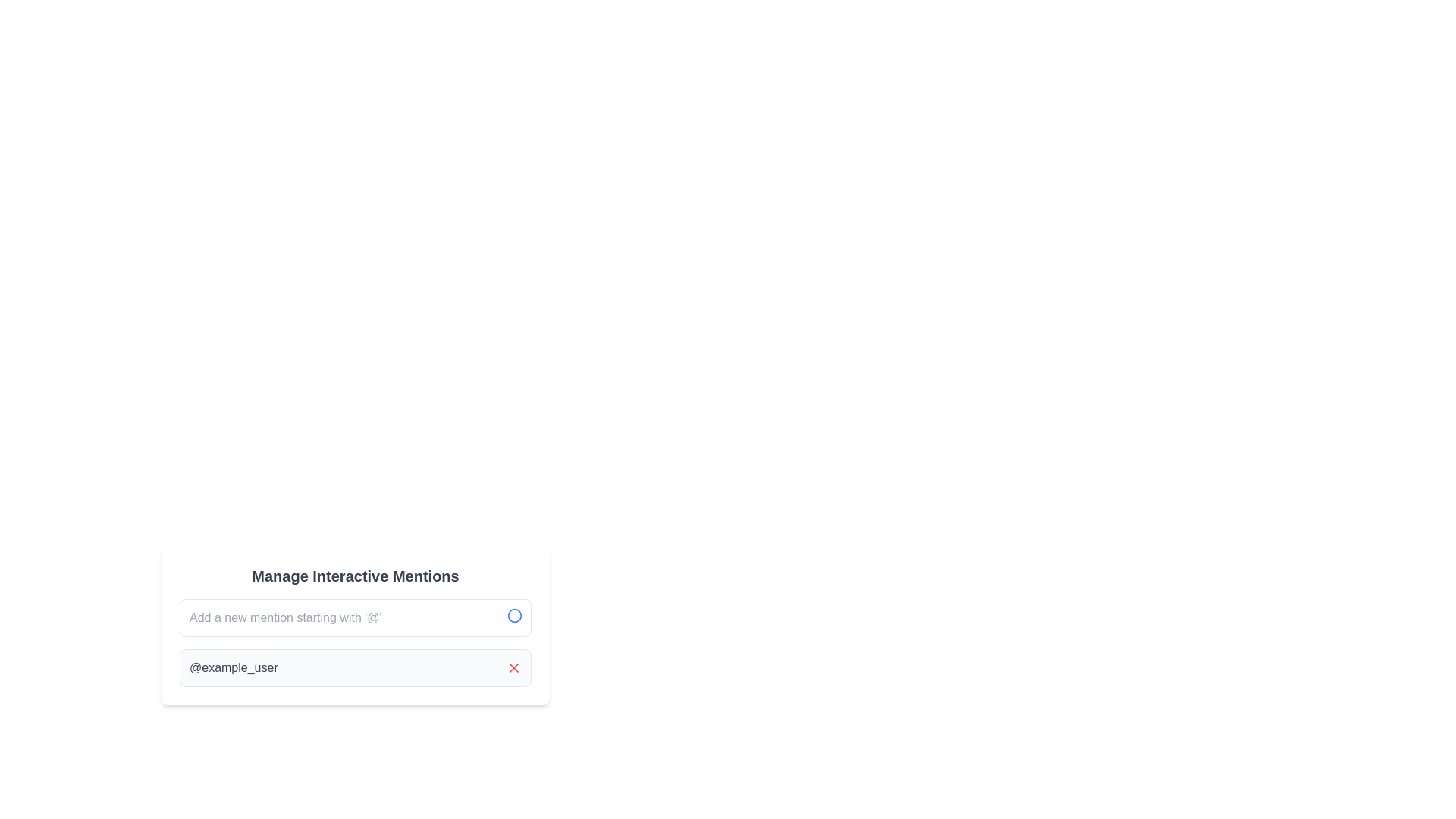 The width and height of the screenshot is (1456, 819). I want to click on the 'X' icon used for deleting or closing, located near the right side of the '@example_user' mention input field, so click(513, 667).